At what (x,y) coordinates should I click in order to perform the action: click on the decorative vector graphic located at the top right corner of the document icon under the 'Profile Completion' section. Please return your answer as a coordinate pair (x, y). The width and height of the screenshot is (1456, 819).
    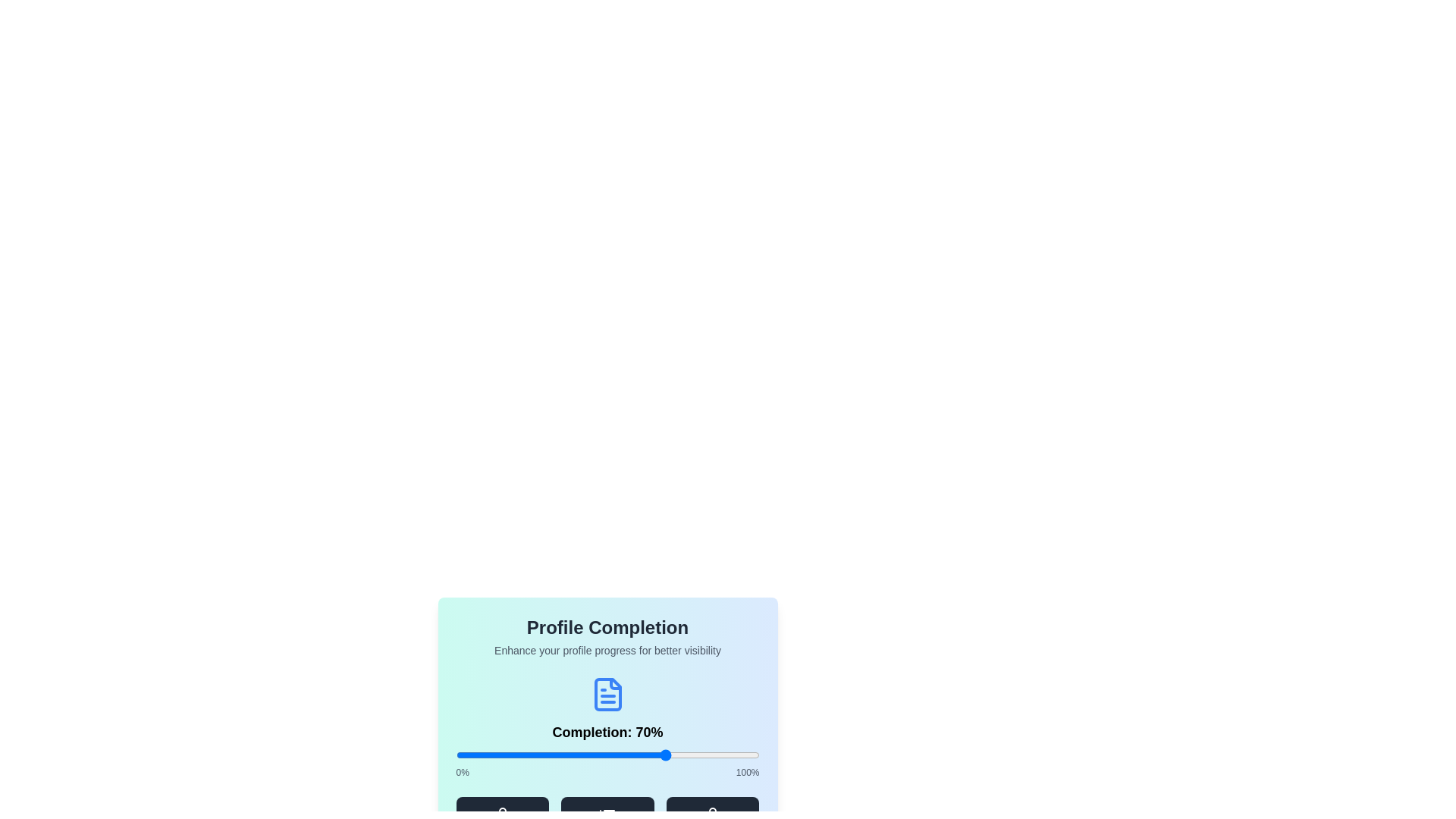
    Looking at the image, I should click on (615, 684).